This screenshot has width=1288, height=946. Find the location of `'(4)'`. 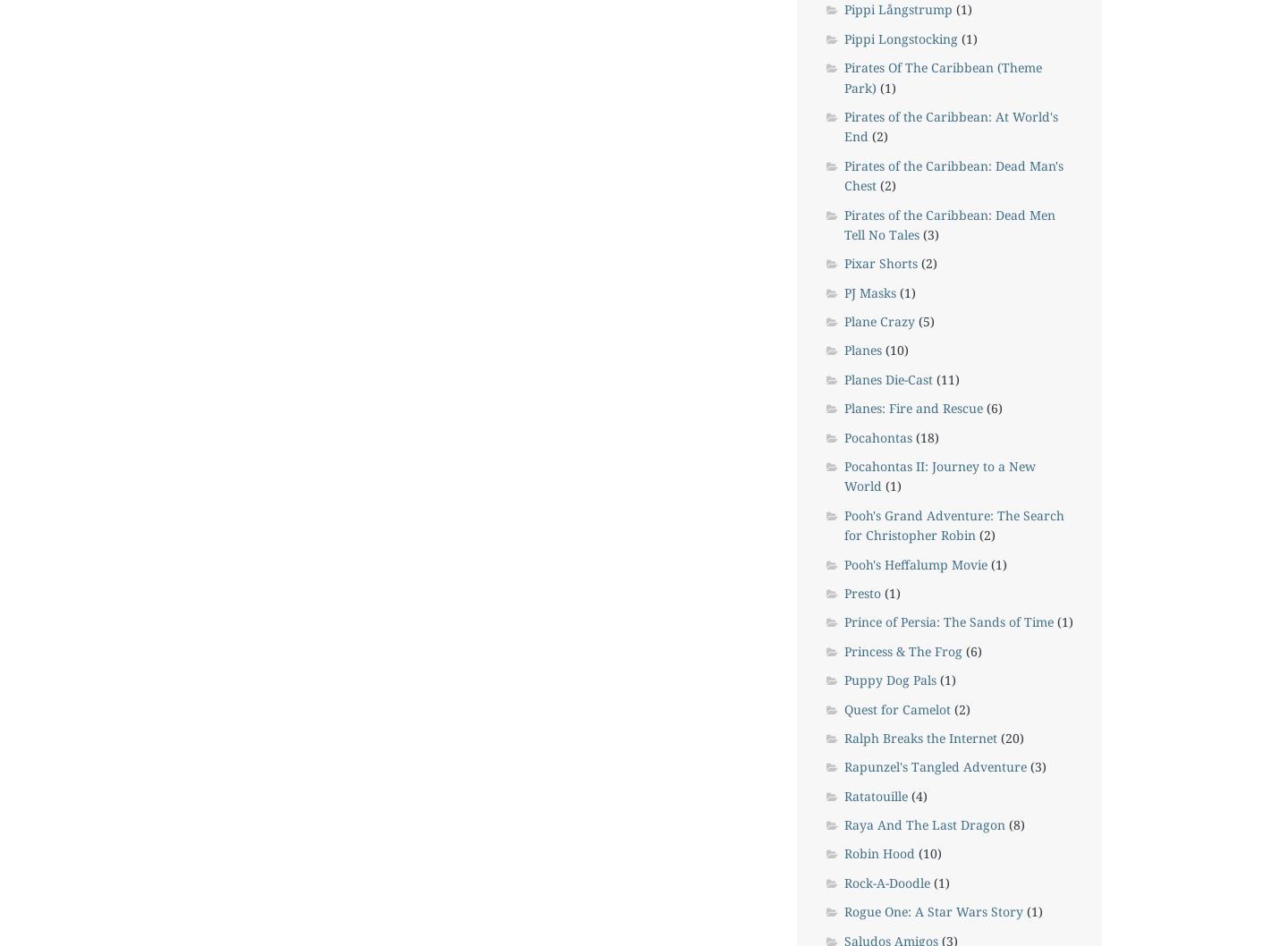

'(4)' is located at coordinates (916, 795).